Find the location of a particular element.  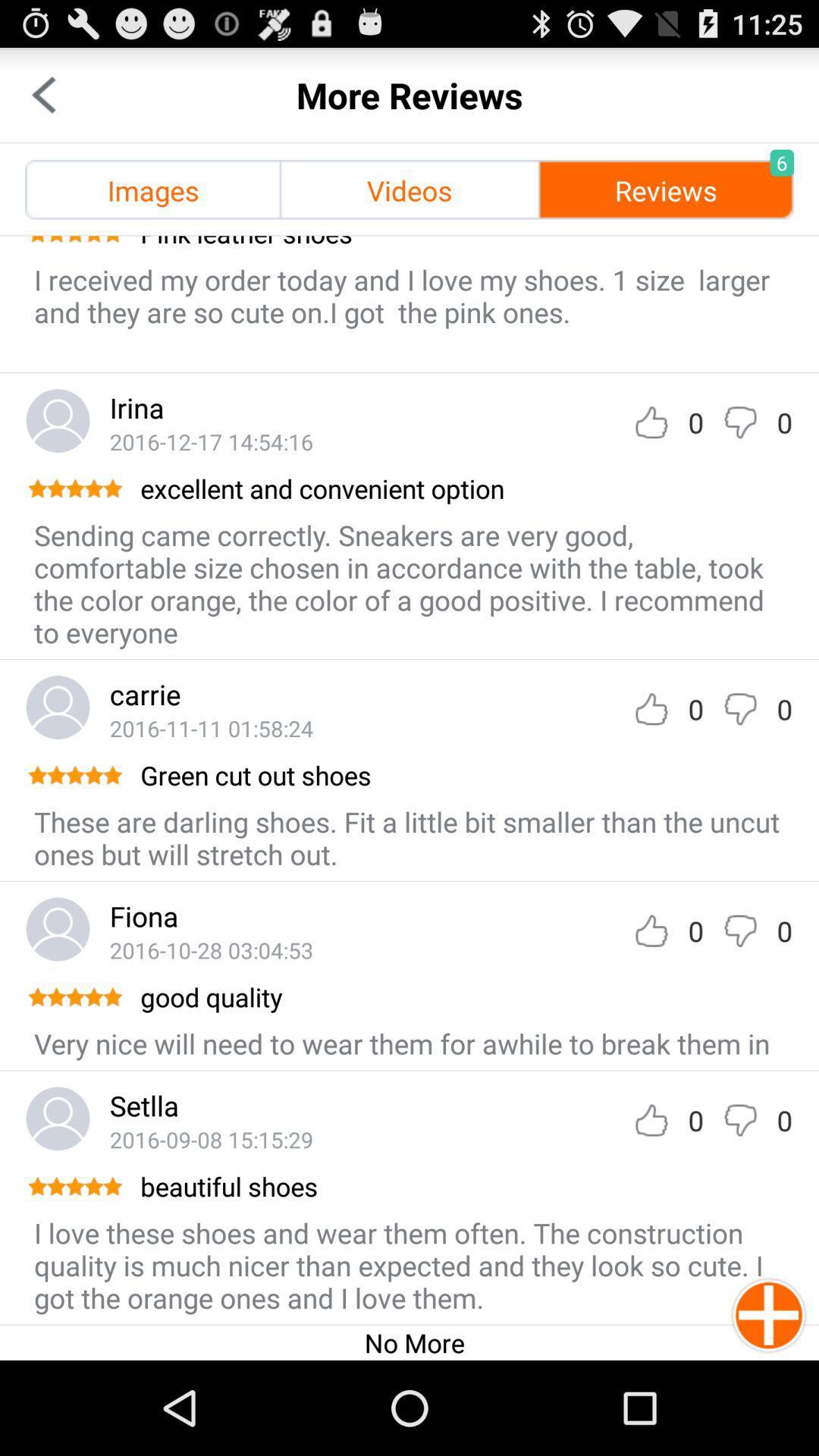

like comment is located at coordinates (651, 1120).